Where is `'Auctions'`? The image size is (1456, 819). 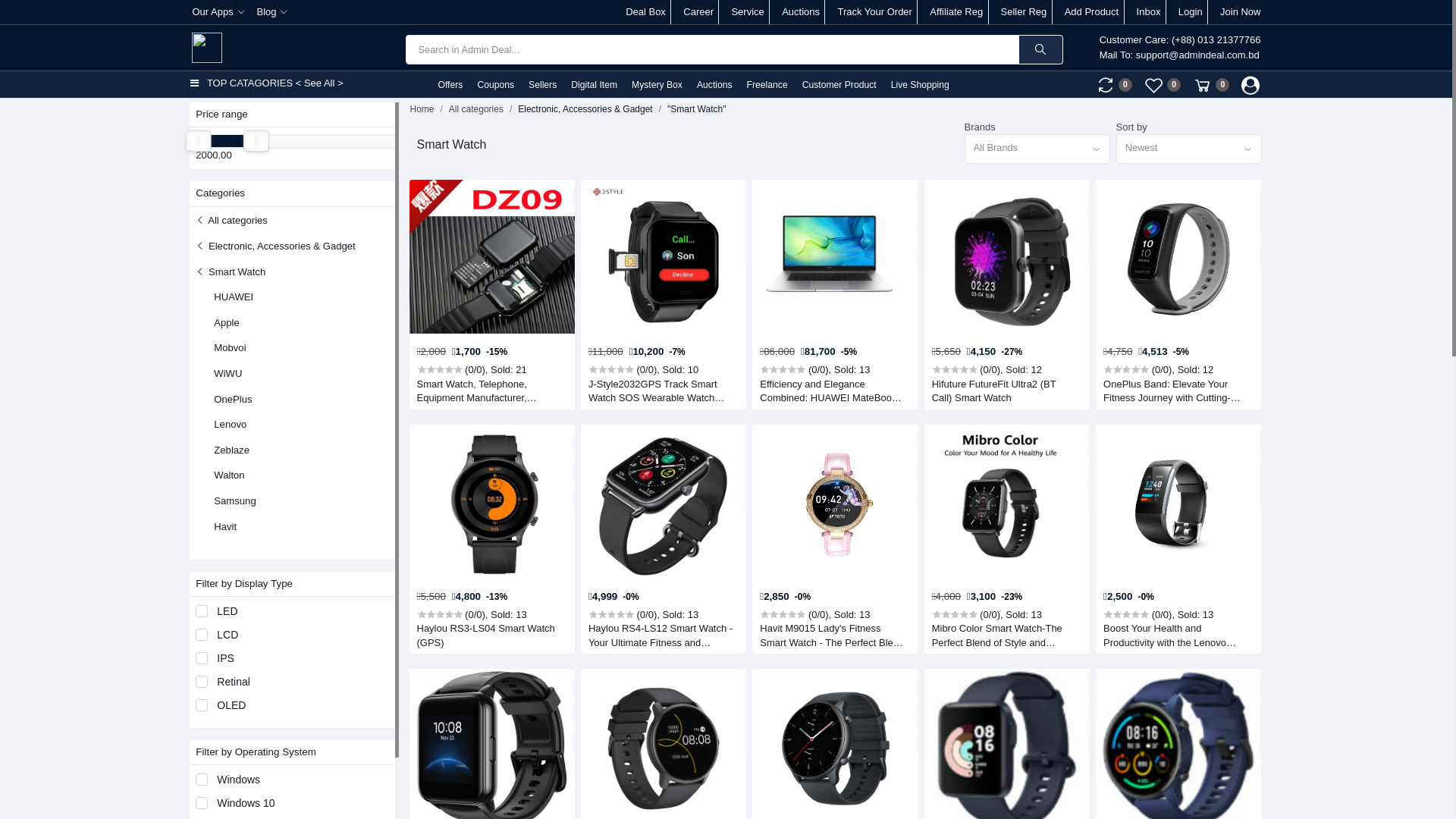 'Auctions' is located at coordinates (713, 84).